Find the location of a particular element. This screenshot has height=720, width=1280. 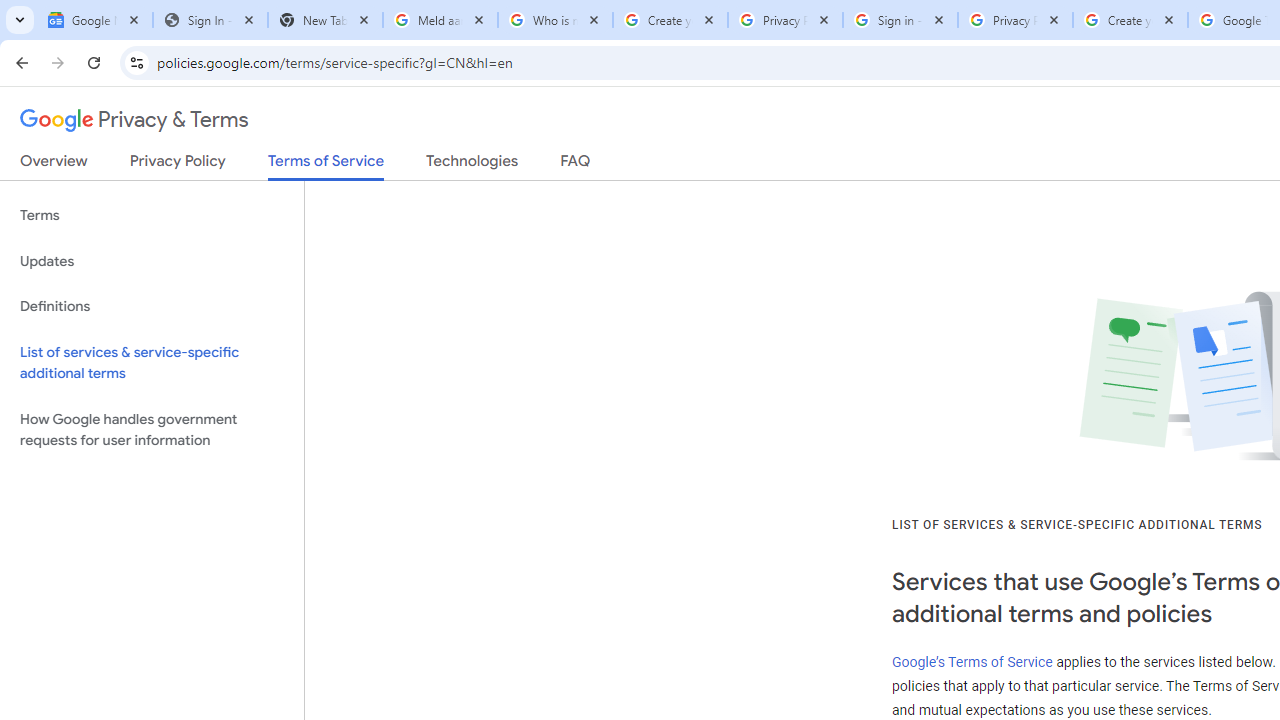

'Terms of Service' is located at coordinates (326, 165).